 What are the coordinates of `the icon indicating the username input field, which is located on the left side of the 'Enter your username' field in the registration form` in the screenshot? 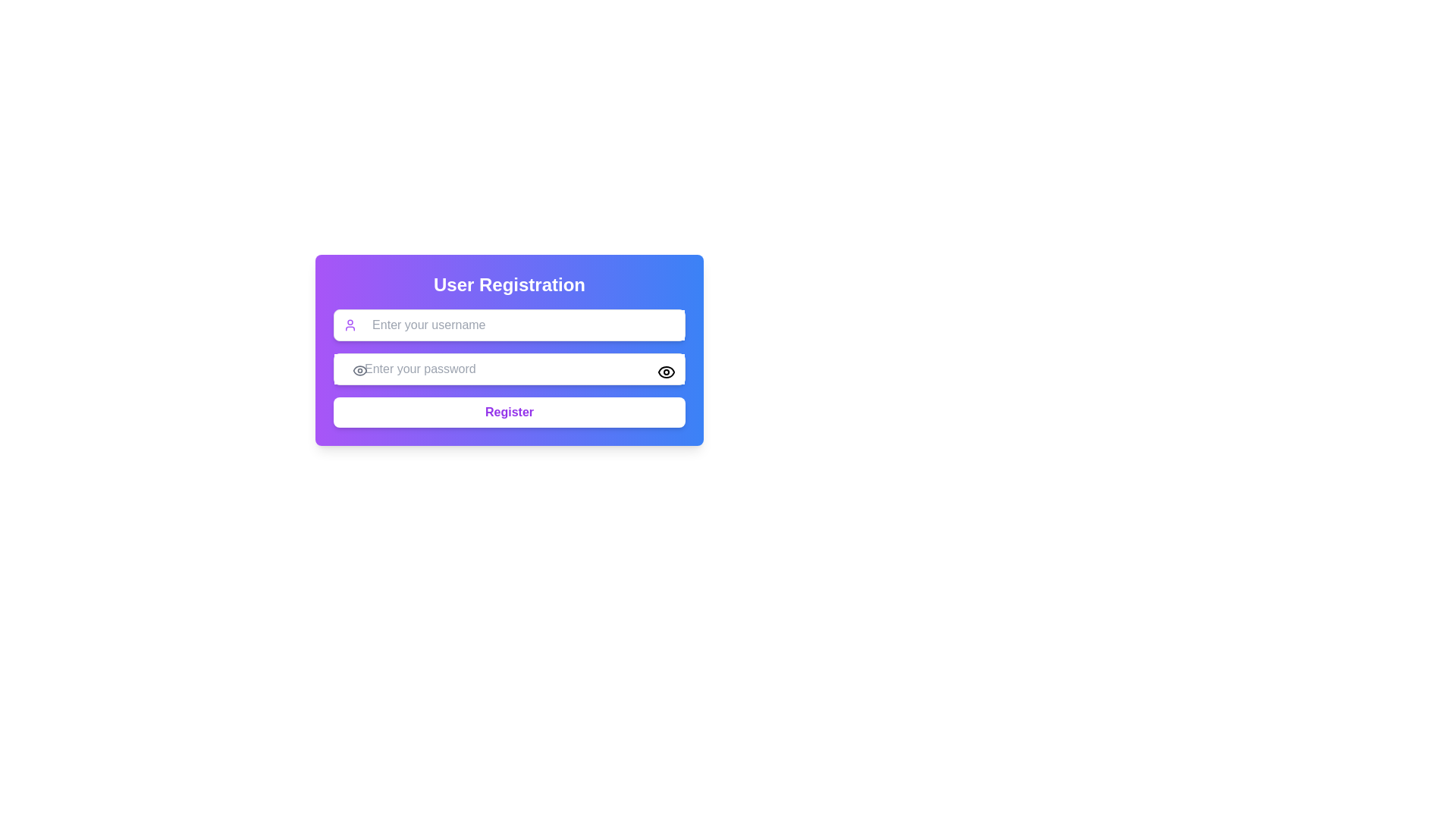 It's located at (350, 324).